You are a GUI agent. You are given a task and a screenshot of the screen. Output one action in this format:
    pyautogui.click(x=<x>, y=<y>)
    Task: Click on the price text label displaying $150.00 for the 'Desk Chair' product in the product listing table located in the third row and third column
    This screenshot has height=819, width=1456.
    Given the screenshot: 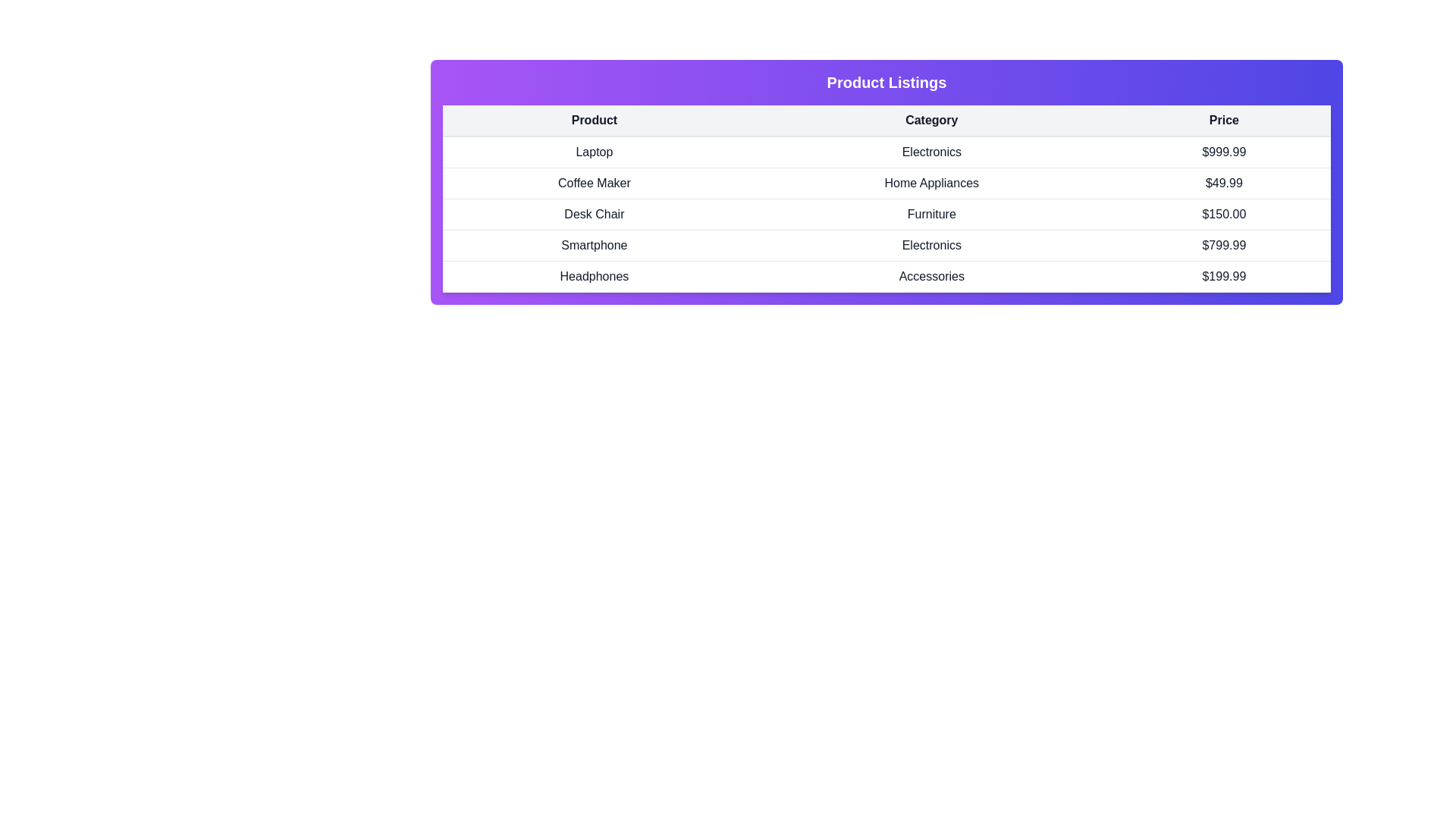 What is the action you would take?
    pyautogui.click(x=1224, y=214)
    